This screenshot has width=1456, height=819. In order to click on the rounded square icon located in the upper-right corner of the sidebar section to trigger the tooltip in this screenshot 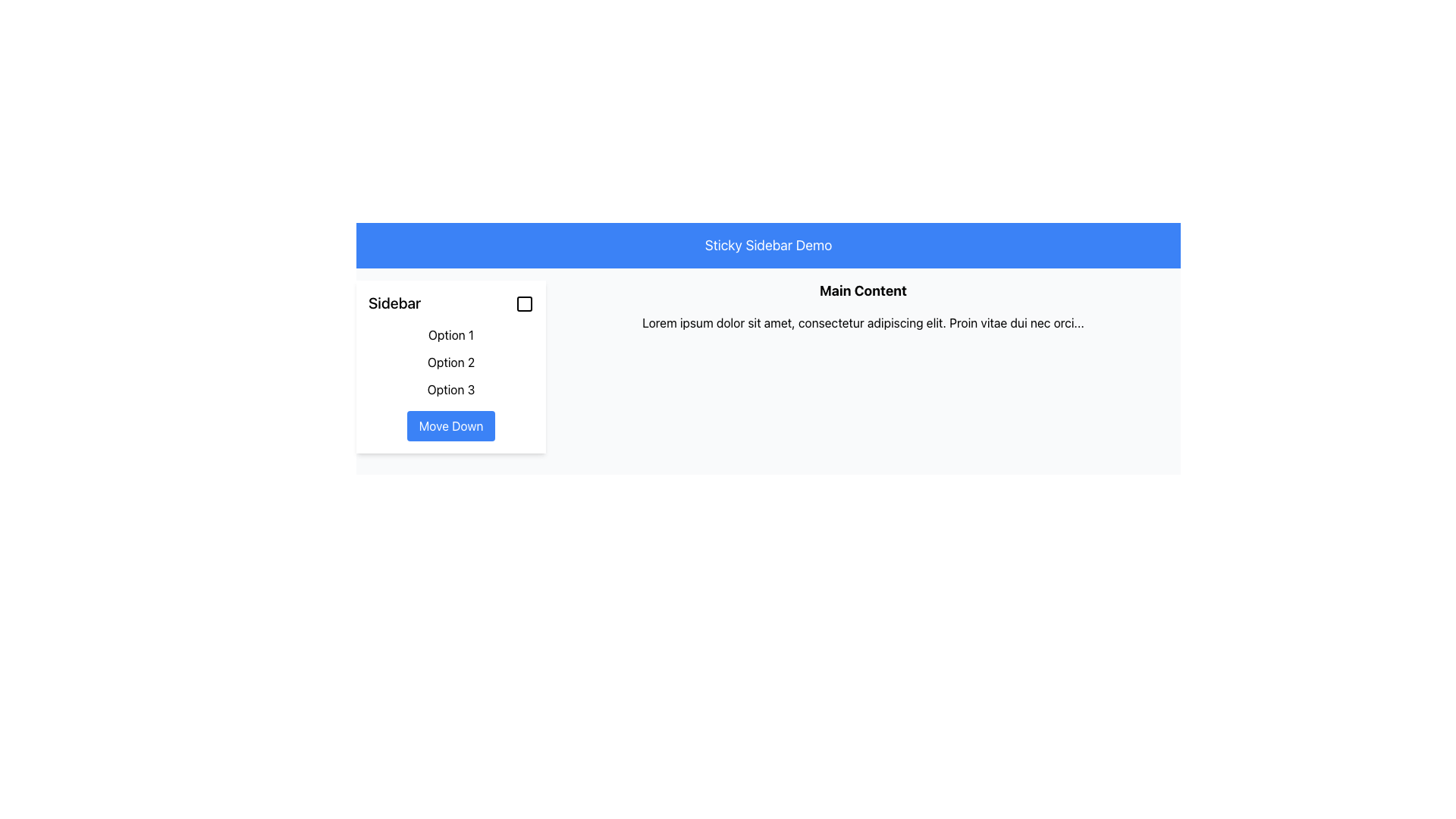, I will do `click(524, 303)`.